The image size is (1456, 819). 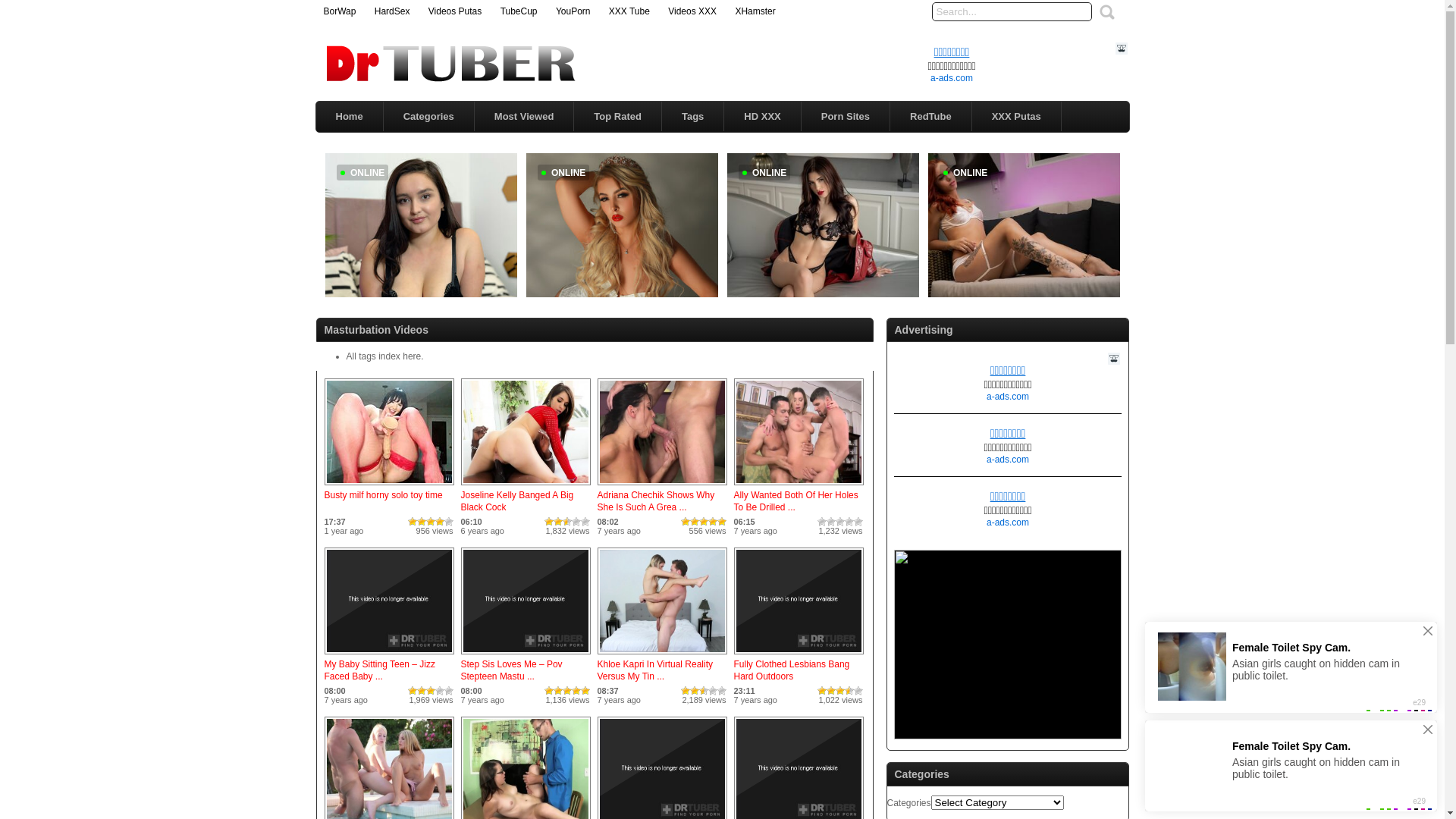 I want to click on 'XXX Putas', so click(x=971, y=115).